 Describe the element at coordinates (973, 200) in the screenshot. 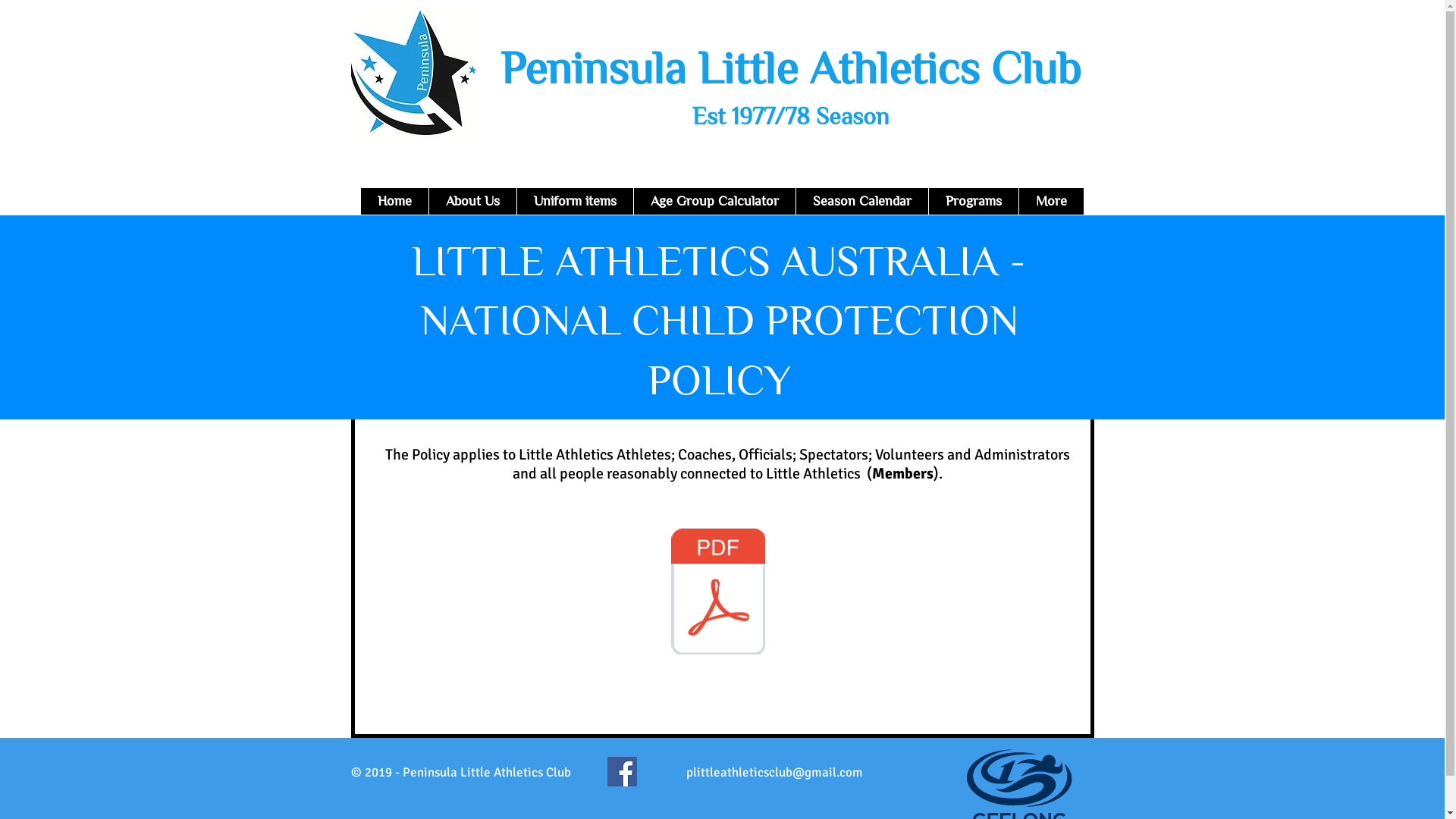

I see `'Programs'` at that location.